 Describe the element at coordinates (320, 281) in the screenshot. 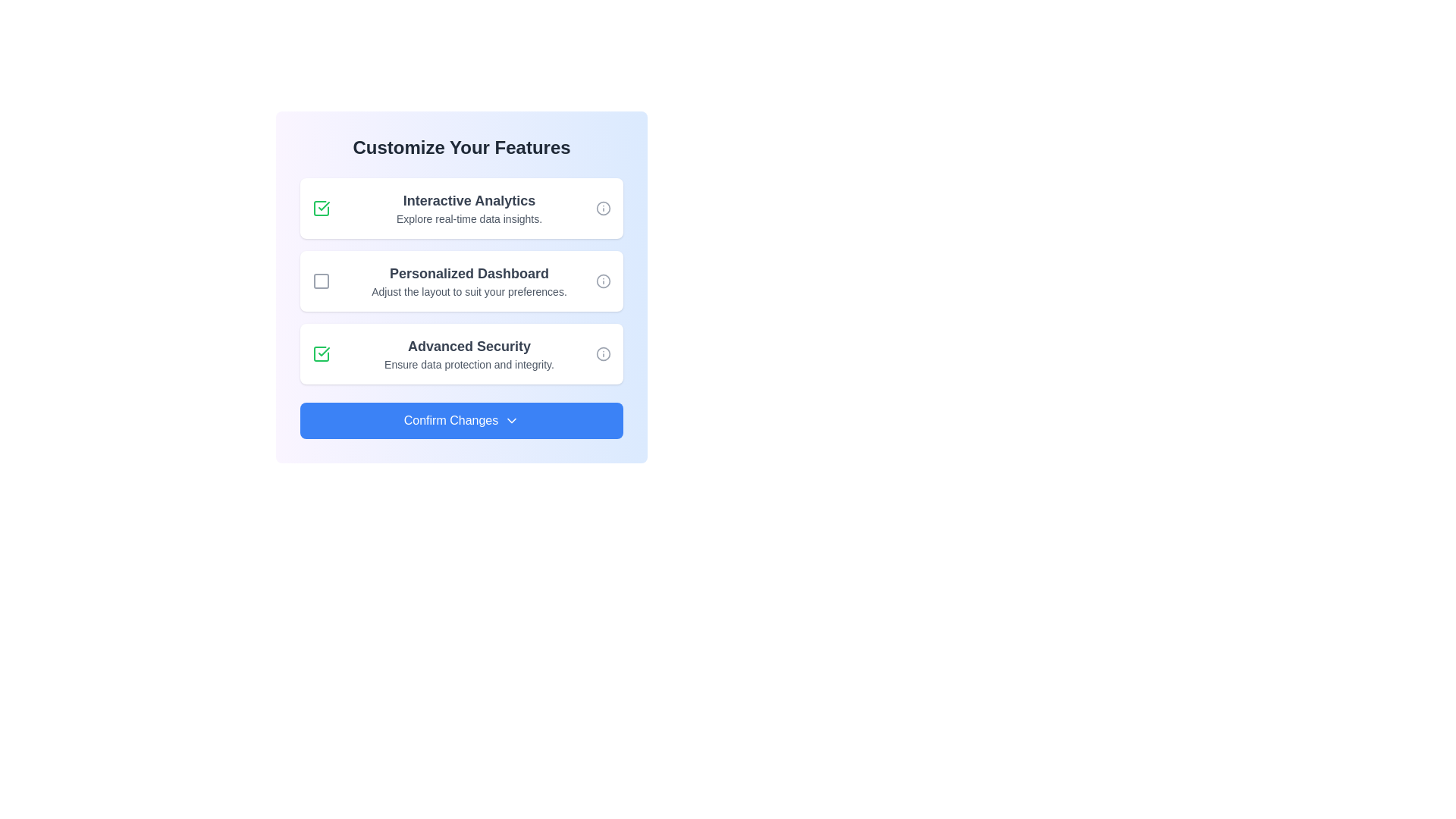

I see `the inner rounded rectangle that serves as a checkbox or status indicator within the 'Personalized Dashboard' section of the interface` at that location.